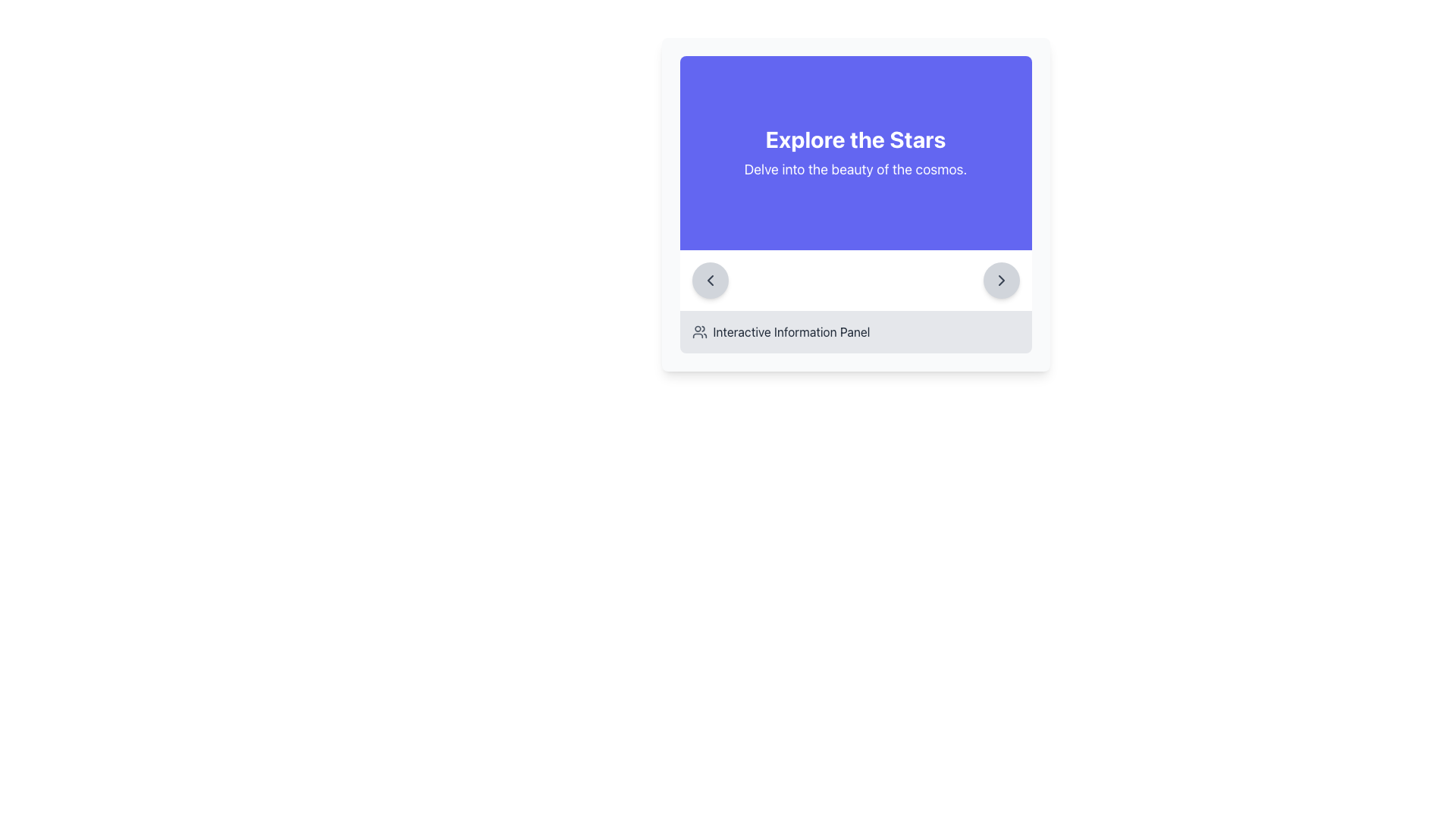 This screenshot has width=1456, height=819. What do you see at coordinates (1001, 281) in the screenshot?
I see `the circular button with a right-facing arrow icon` at bounding box center [1001, 281].